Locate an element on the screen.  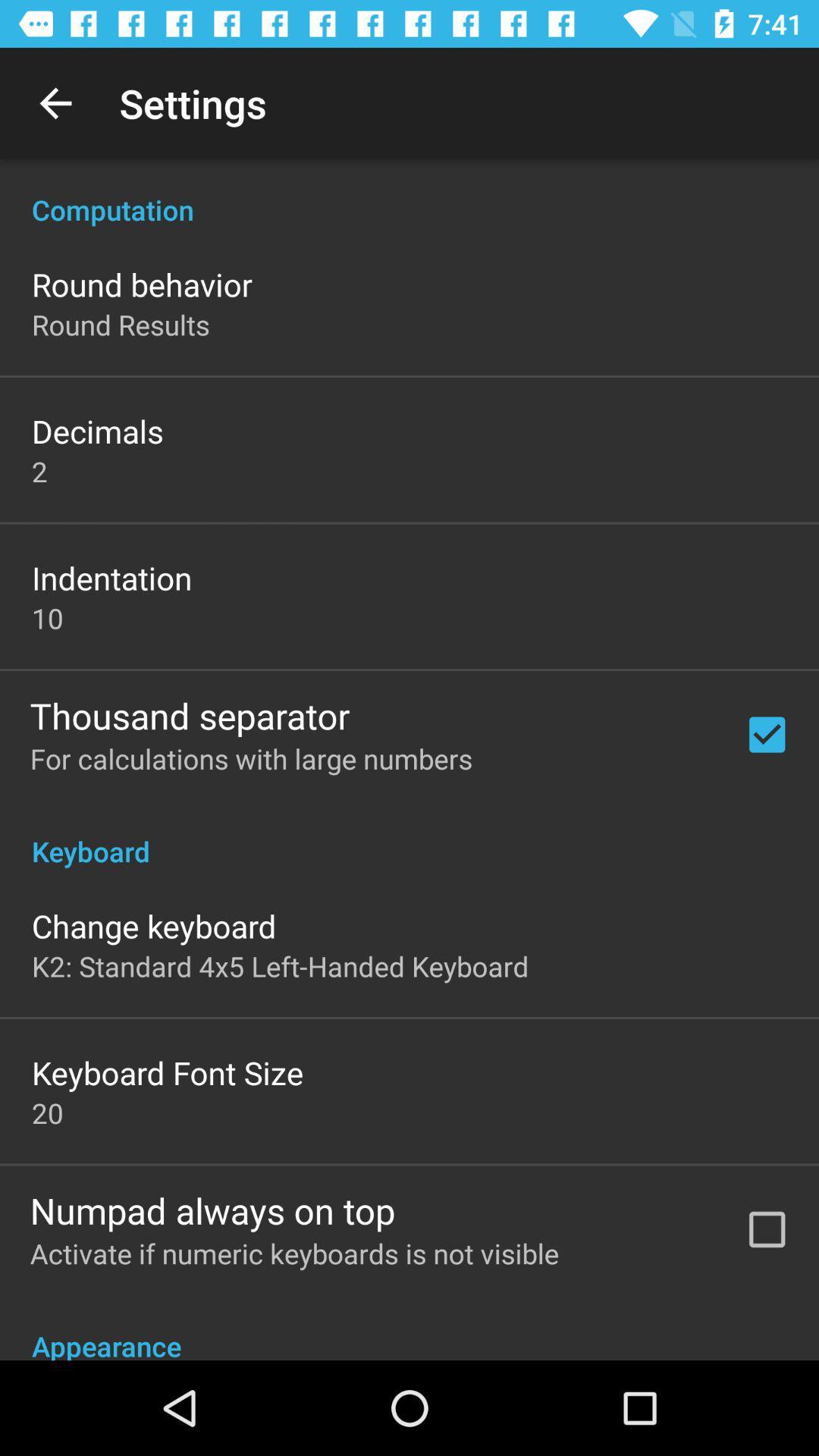
the icon above the appearance app is located at coordinates (294, 1253).